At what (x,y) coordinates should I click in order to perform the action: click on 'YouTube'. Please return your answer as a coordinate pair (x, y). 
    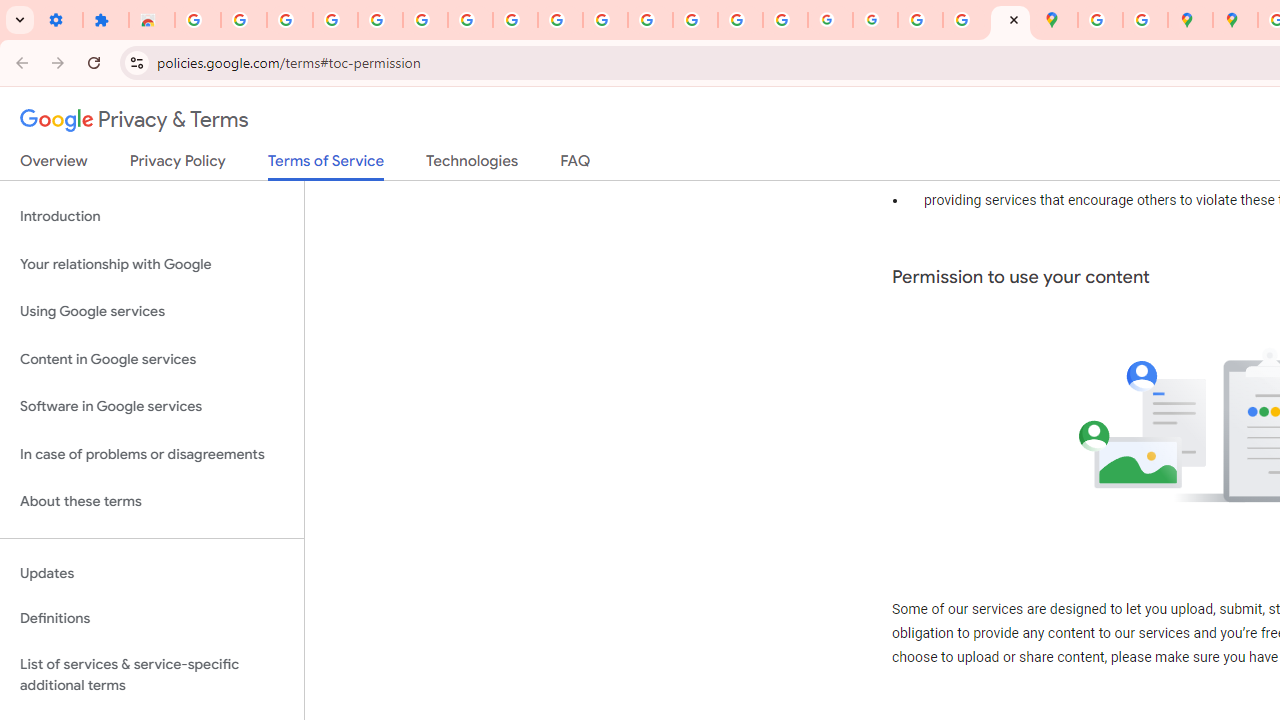
    Looking at the image, I should click on (560, 20).